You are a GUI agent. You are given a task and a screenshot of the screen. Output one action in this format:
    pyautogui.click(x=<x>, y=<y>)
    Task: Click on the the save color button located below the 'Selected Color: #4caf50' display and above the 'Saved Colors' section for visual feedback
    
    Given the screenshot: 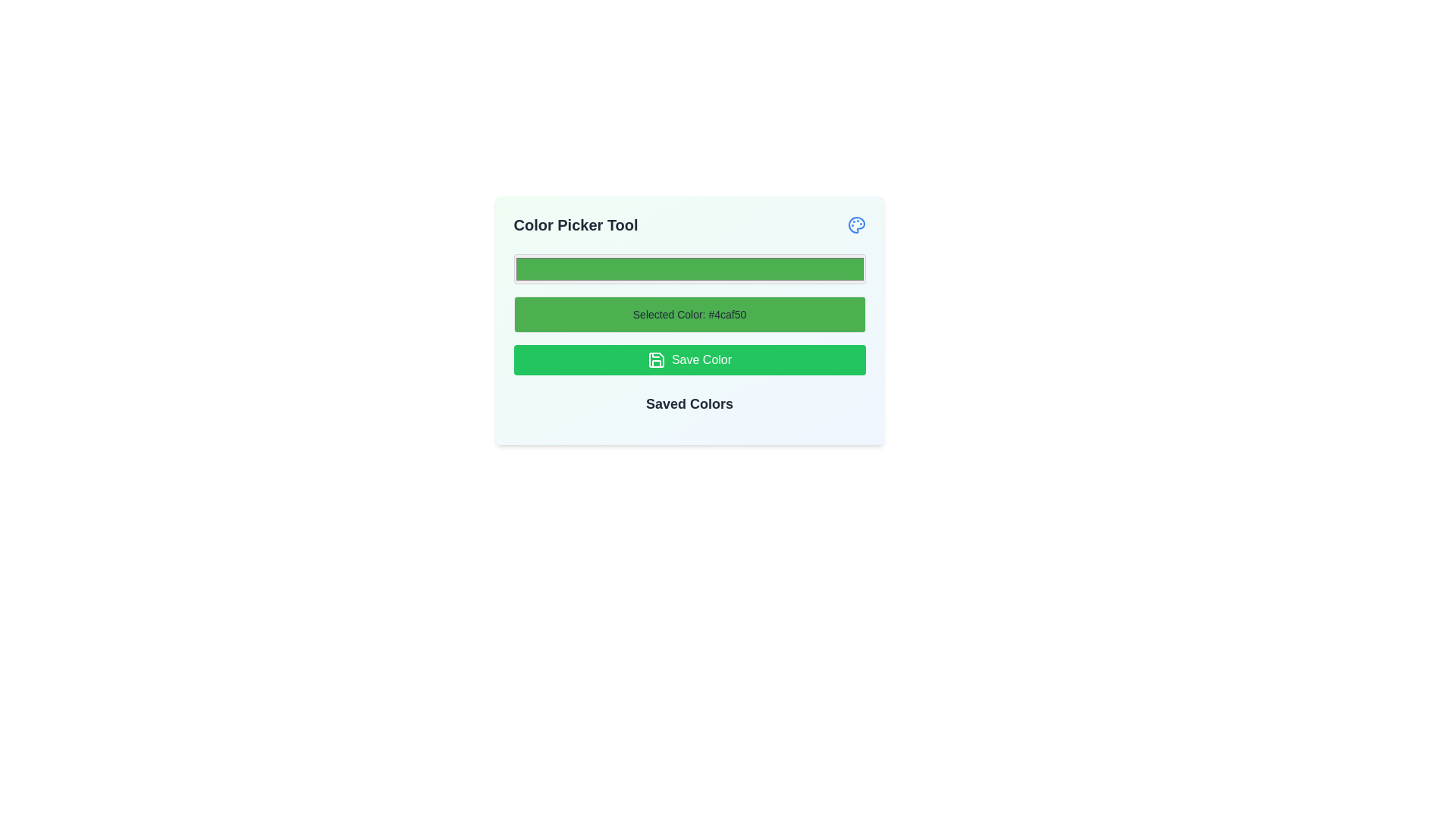 What is the action you would take?
    pyautogui.click(x=689, y=359)
    